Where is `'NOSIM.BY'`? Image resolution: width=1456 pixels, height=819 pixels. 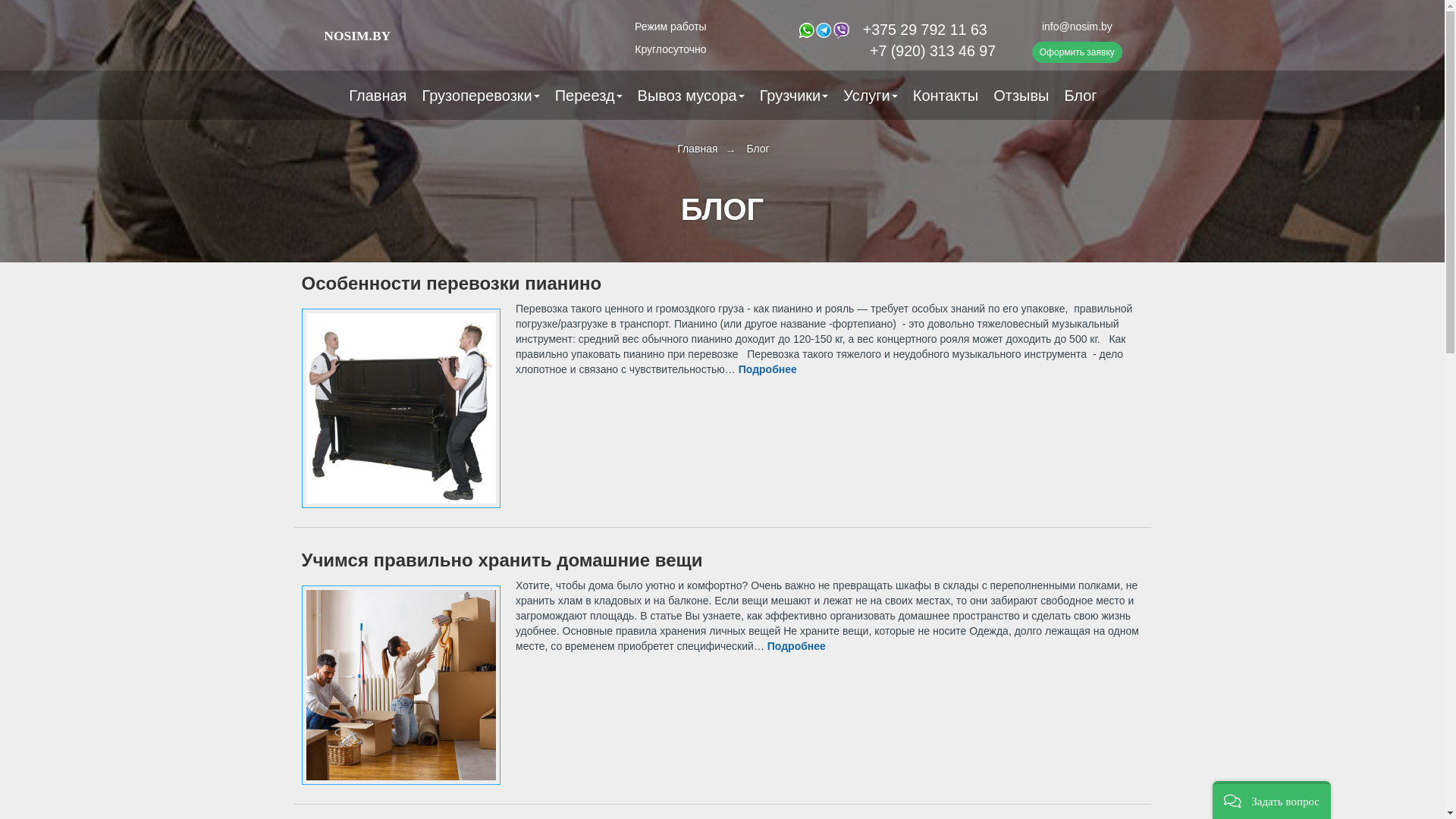 'NOSIM.BY' is located at coordinates (390, 35).